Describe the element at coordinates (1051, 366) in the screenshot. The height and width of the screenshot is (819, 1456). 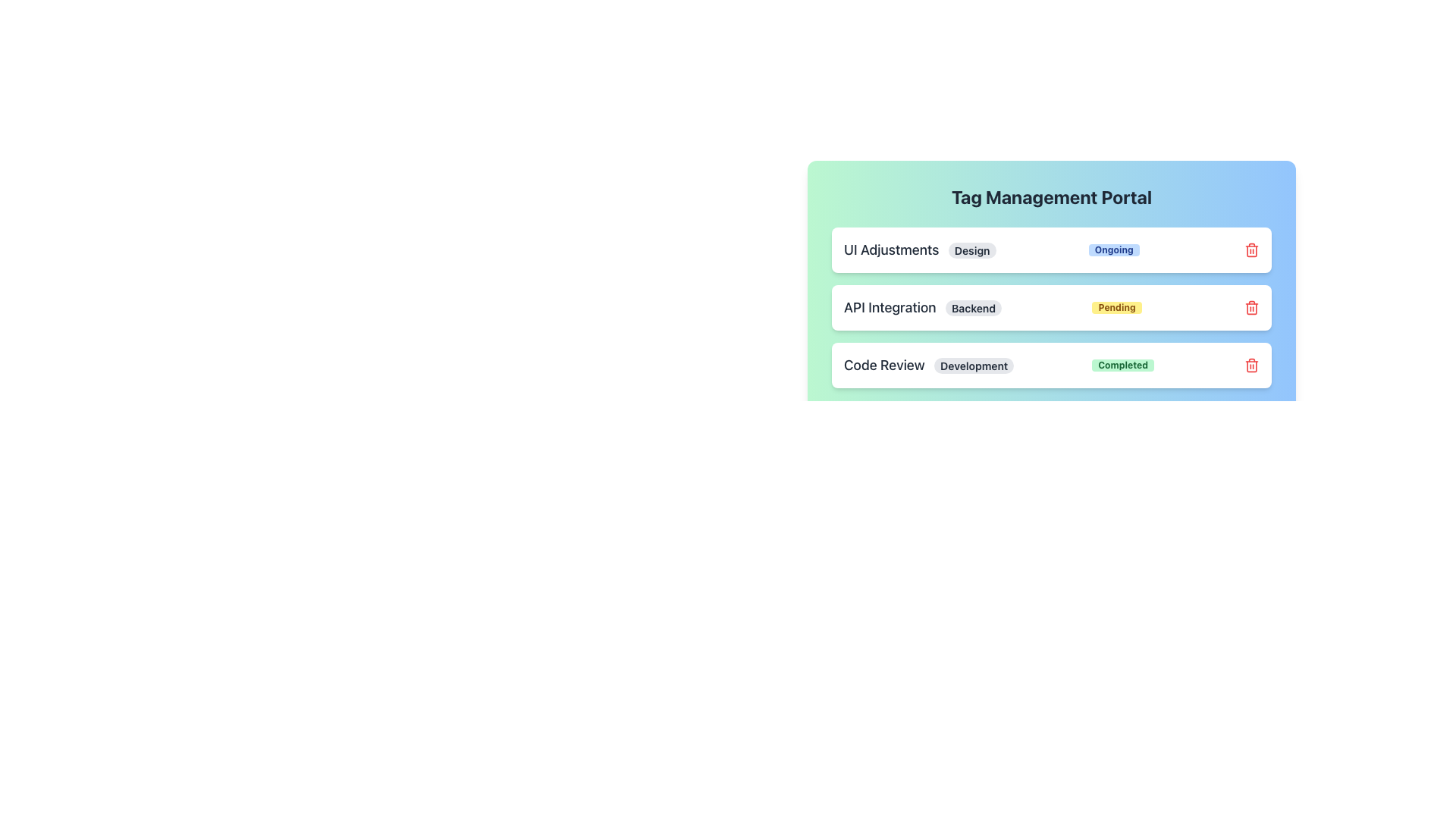
I see `the task card for 'Code Review' which is positioned third in a vertical stack of similar cards, located near the bottom of the column` at that location.